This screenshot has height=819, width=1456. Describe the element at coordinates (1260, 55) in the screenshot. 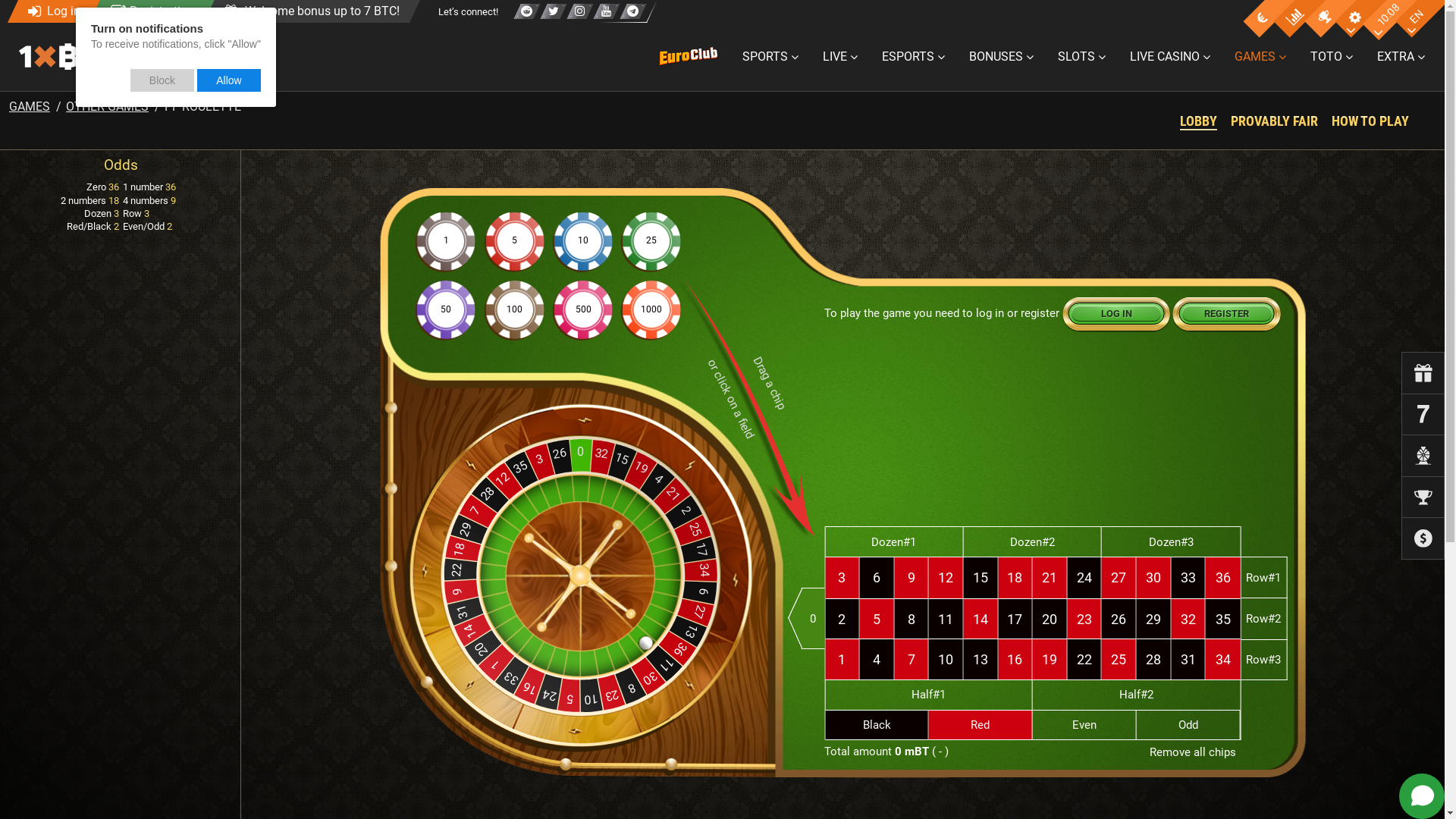

I see `'GAMES'` at that location.